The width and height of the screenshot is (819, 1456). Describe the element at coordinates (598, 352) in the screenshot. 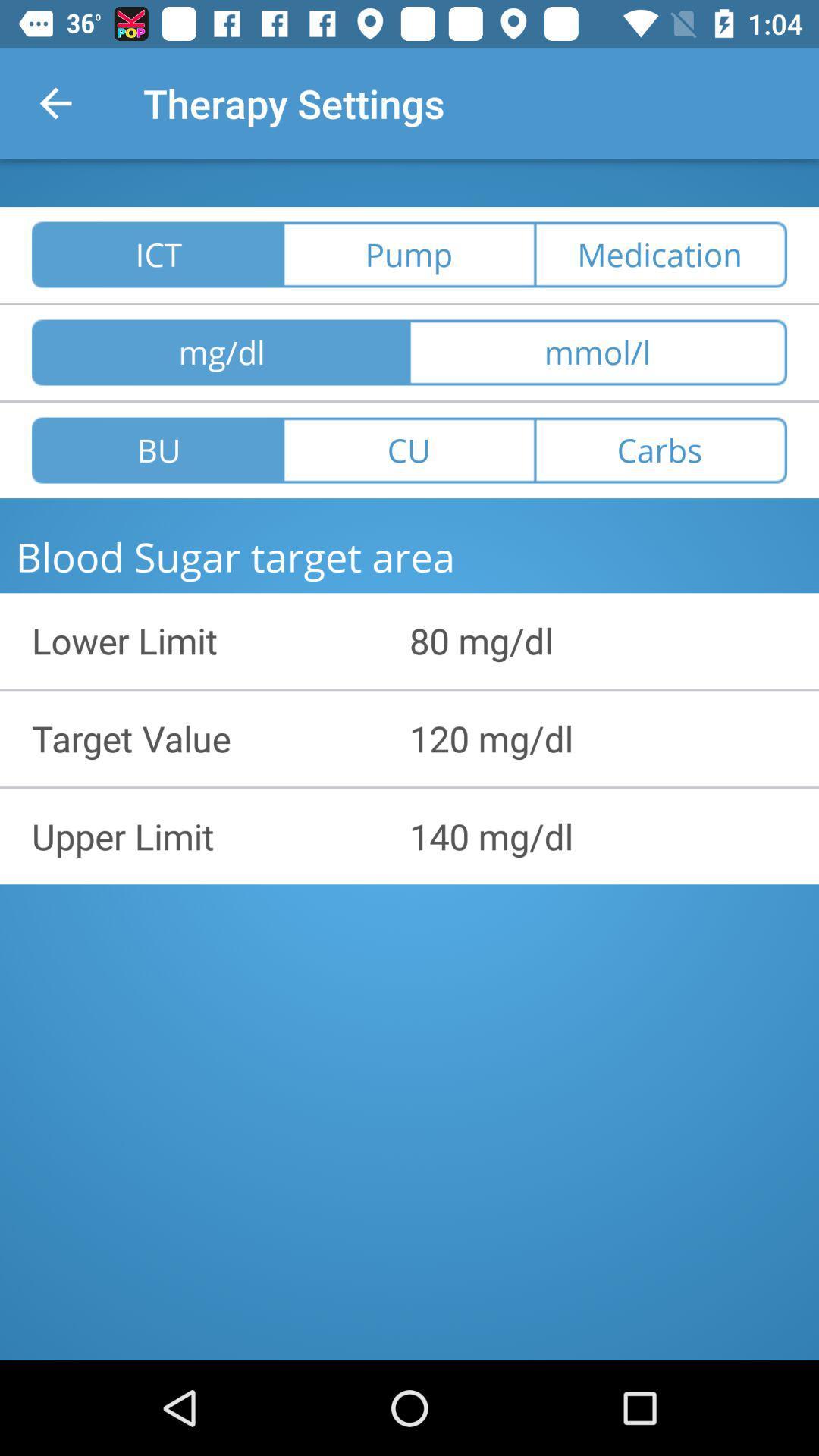

I see `mmol/l item` at that location.